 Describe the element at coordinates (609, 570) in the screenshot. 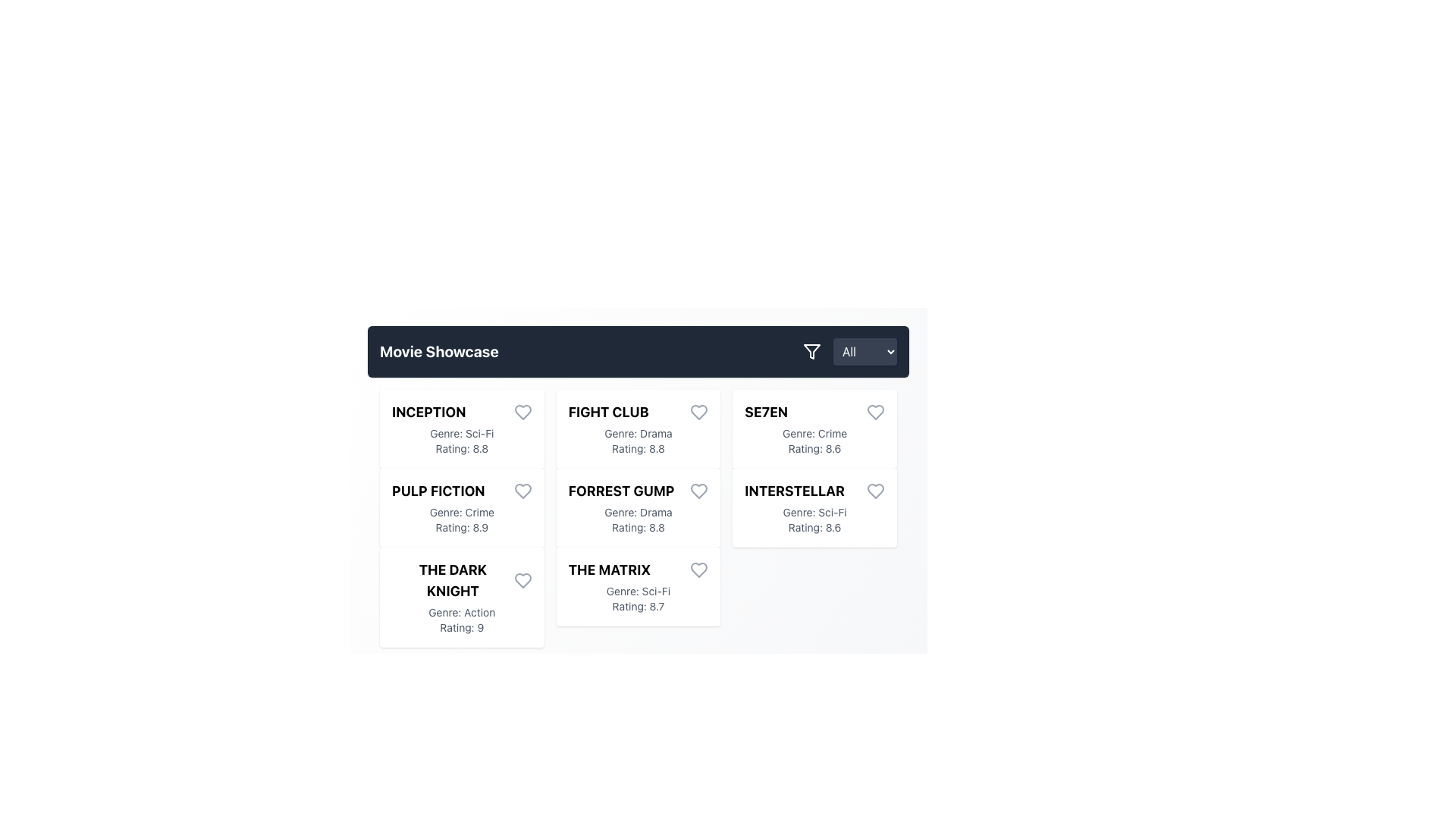

I see `the bold text label titled 'THE MATRIX'` at that location.